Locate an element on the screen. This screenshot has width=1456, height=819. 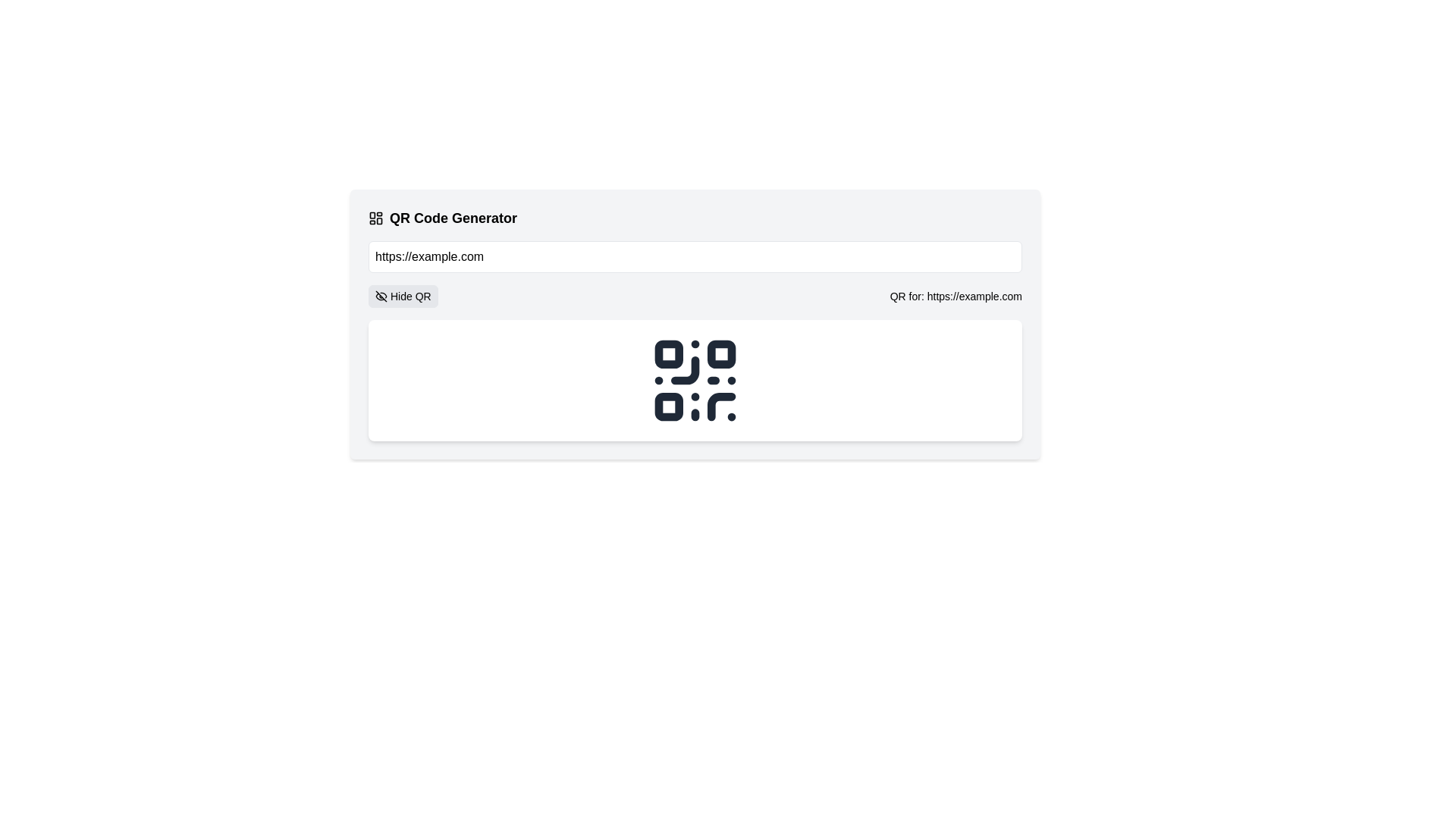
the top-left small square of the QR code representation, which has slightly rounded corners and is rendered in a dark shade against a lighter background is located at coordinates (668, 354).